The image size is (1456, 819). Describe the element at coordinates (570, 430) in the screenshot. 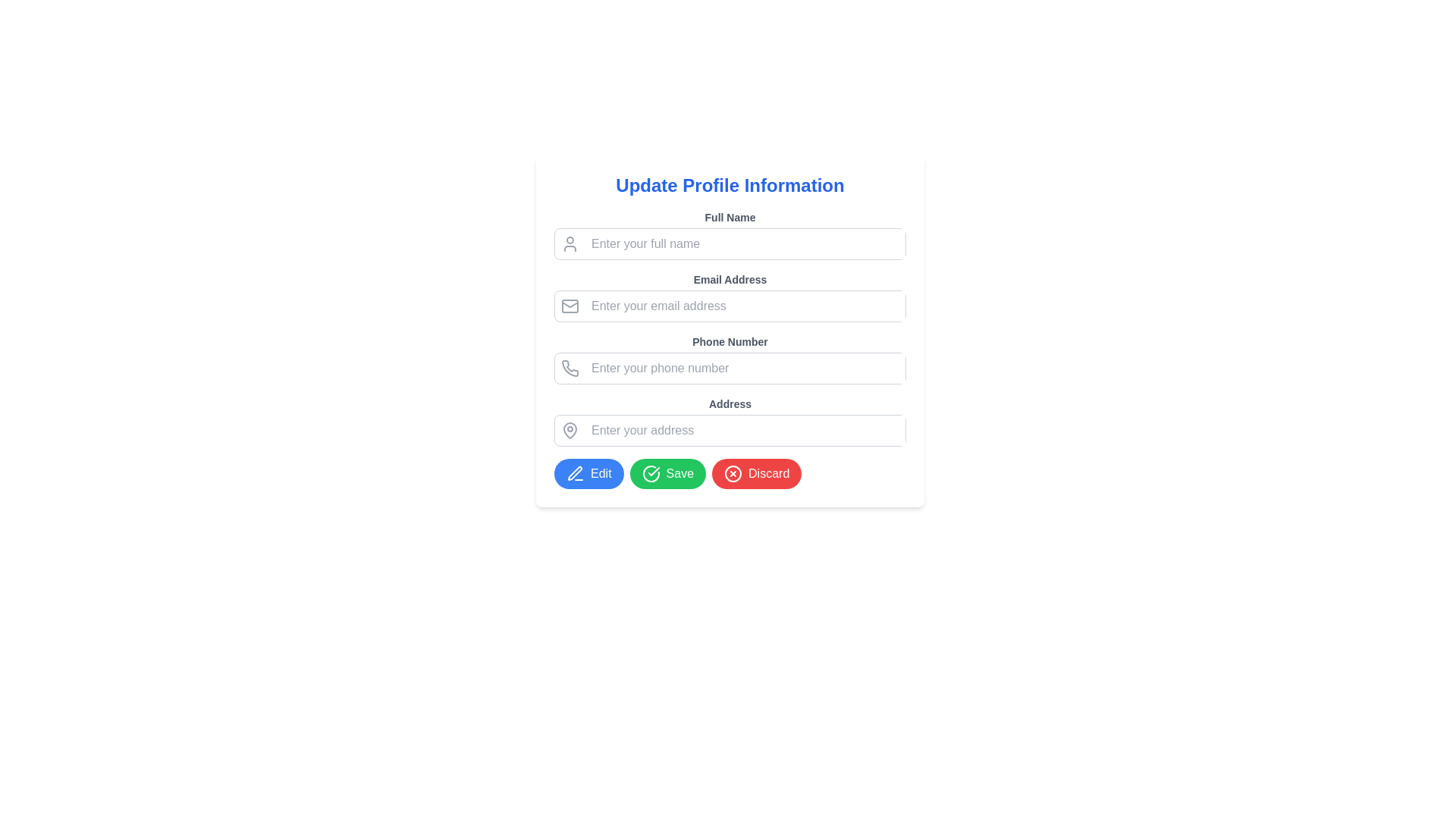

I see `the gray pin icon located to the left of the 'Address' input field in the fourth input field group` at that location.